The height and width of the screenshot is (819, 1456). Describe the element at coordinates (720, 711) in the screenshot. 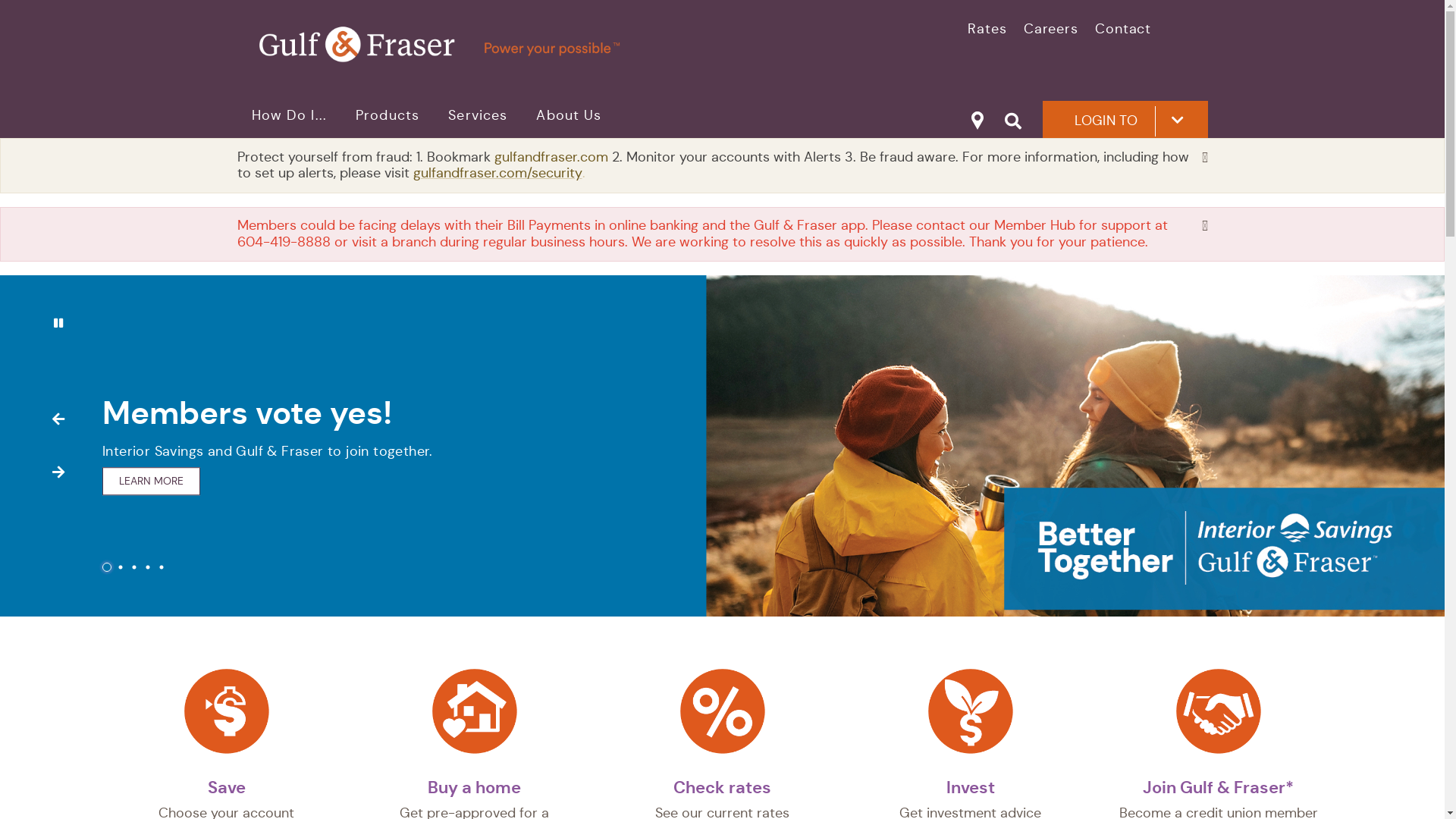

I see `'Percent2.svg'` at that location.